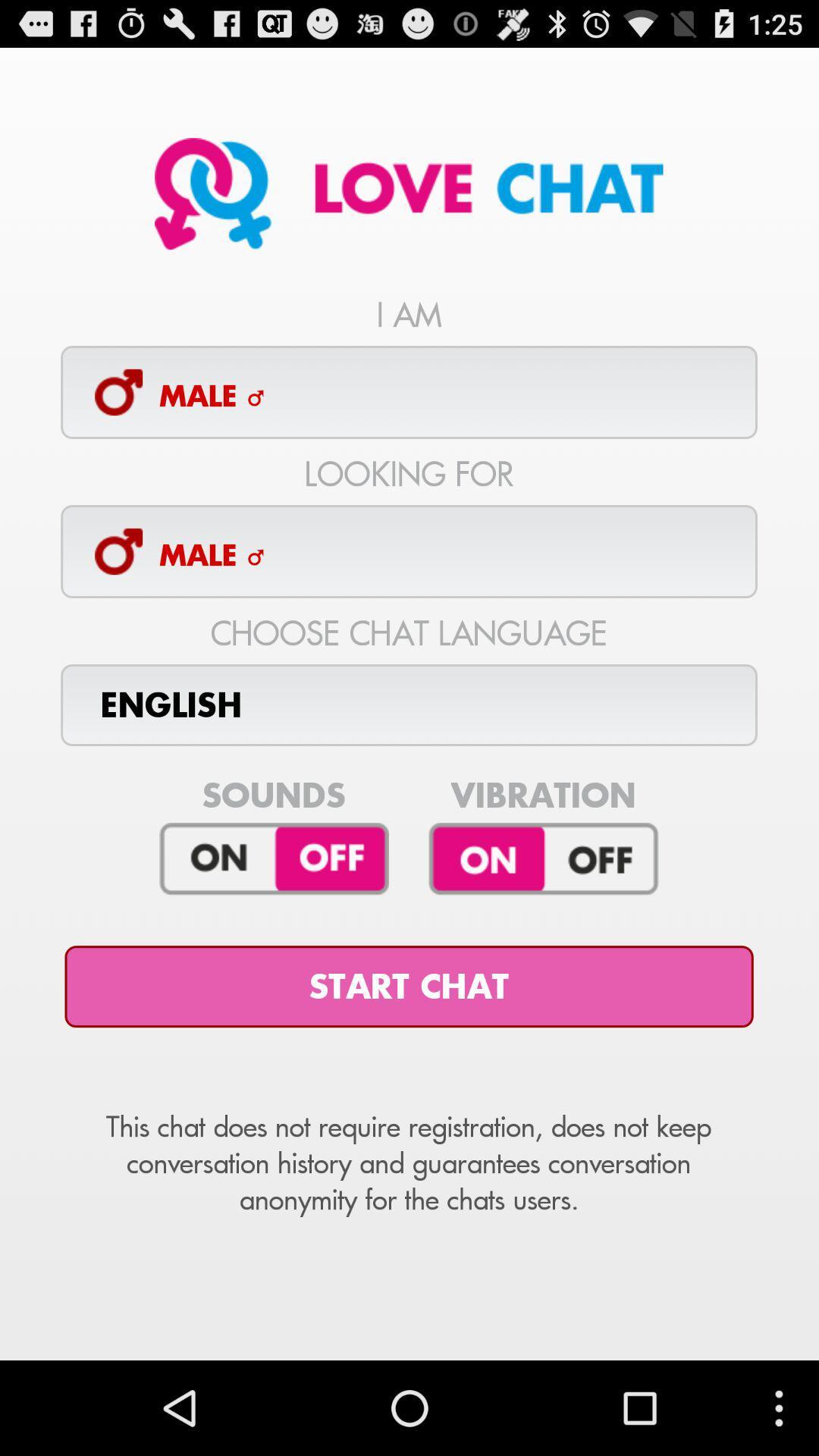 This screenshot has height=1456, width=819. What do you see at coordinates (408, 987) in the screenshot?
I see `the start chat` at bounding box center [408, 987].